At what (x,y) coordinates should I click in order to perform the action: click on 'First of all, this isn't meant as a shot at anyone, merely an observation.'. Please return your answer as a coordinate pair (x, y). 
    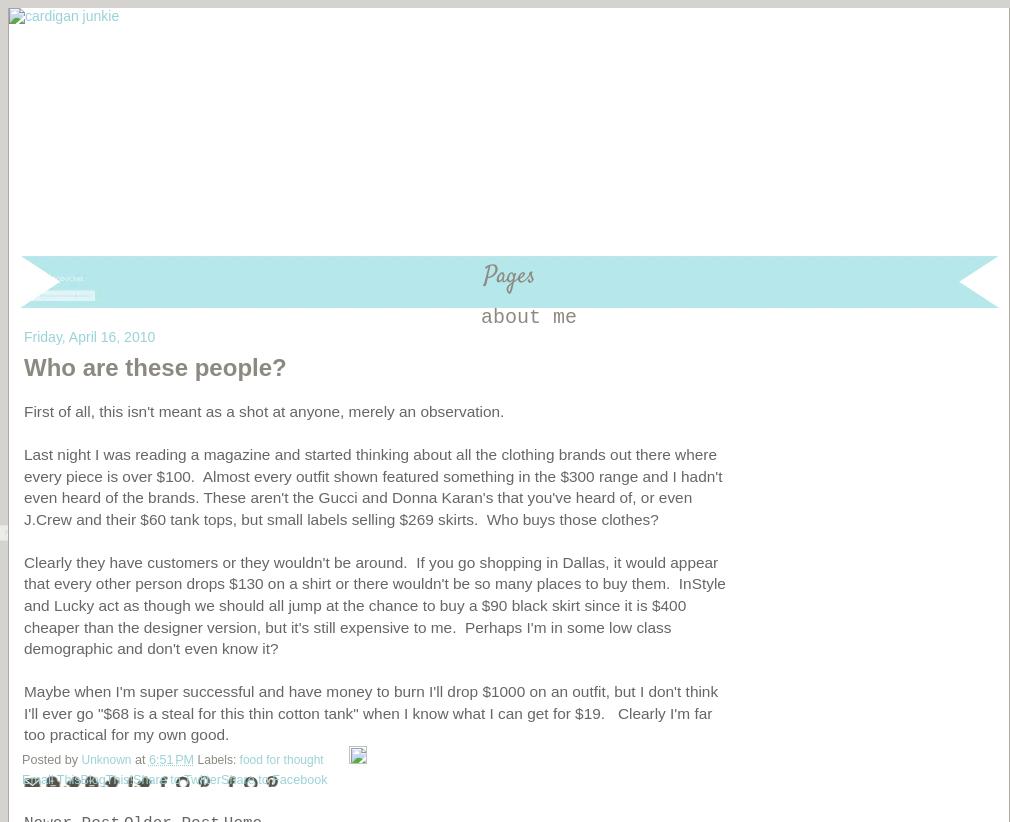
    Looking at the image, I should click on (266, 410).